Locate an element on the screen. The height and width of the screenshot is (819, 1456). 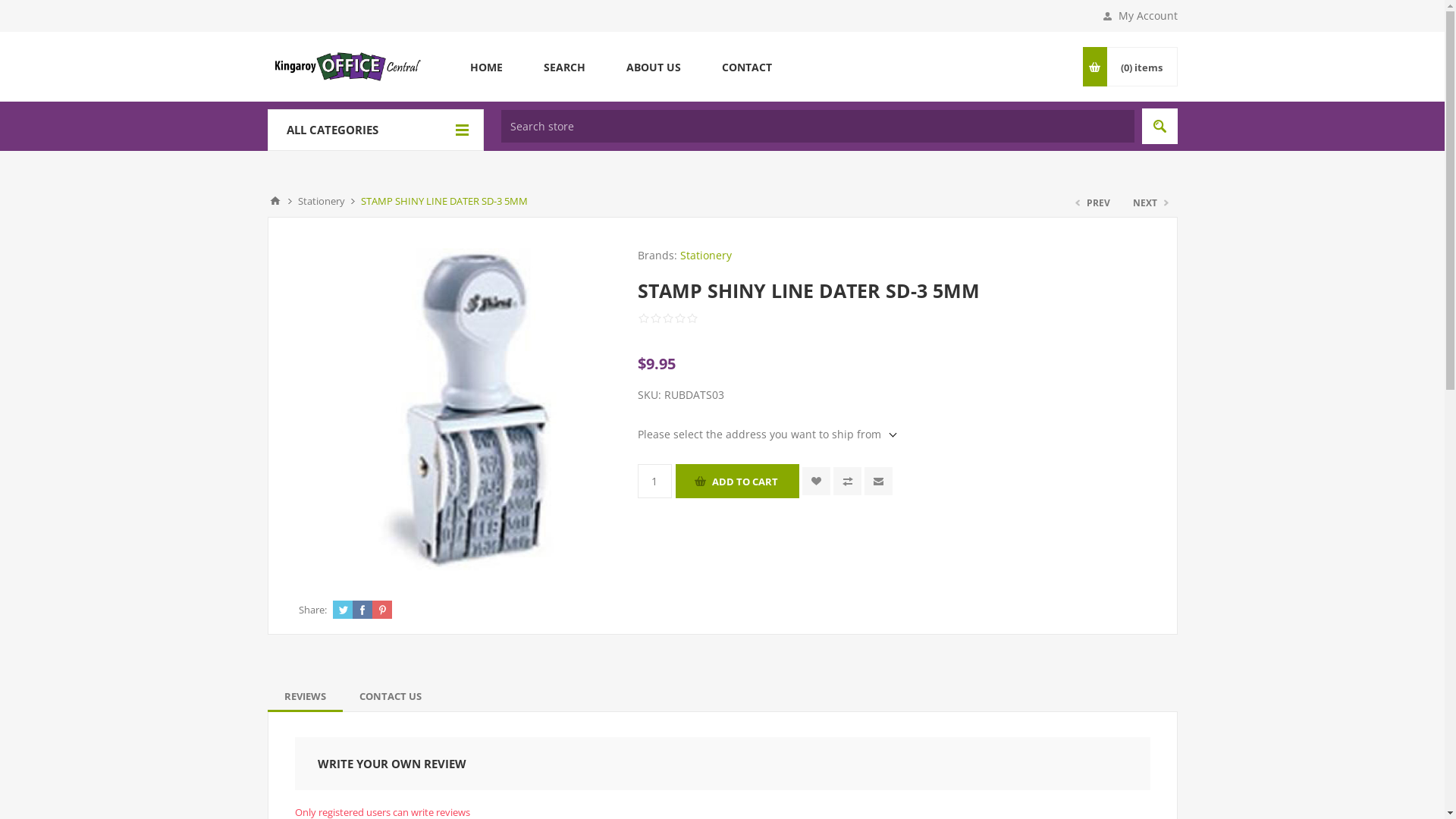
'REVIEWS' is located at coordinates (303, 696).